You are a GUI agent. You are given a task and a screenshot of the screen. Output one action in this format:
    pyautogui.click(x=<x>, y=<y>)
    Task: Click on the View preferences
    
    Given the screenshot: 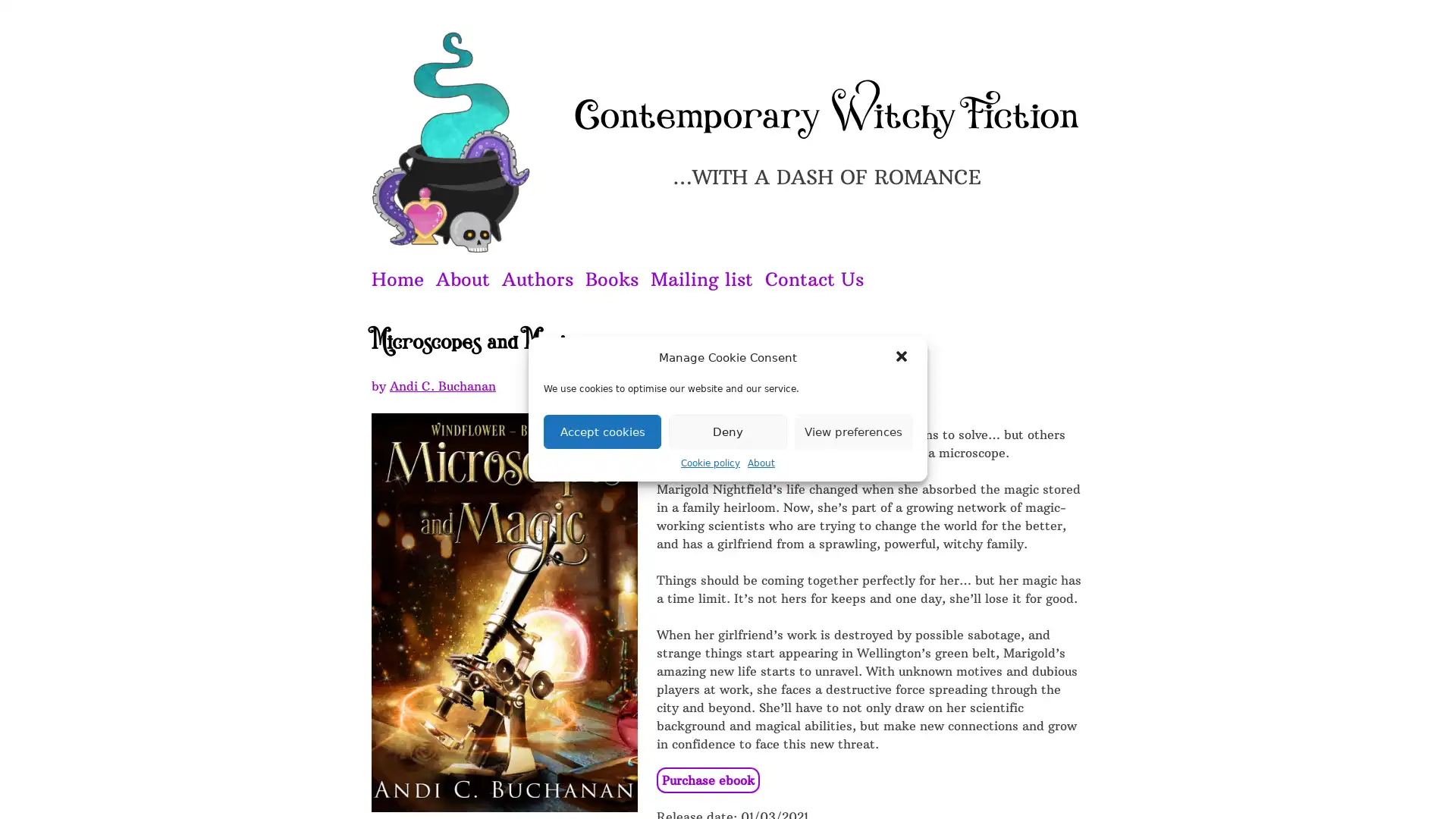 What is the action you would take?
    pyautogui.click(x=852, y=431)
    